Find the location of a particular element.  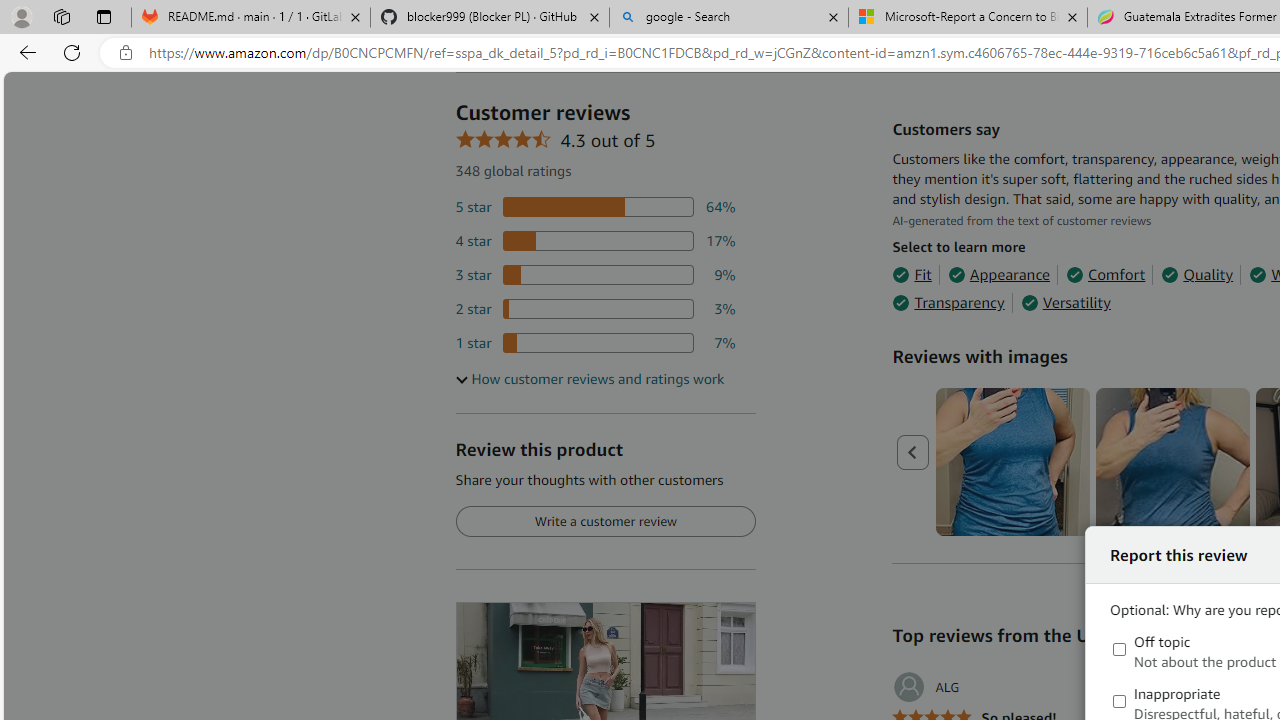

'Microsoft-Report a Concern to Bing' is located at coordinates (967, 17).